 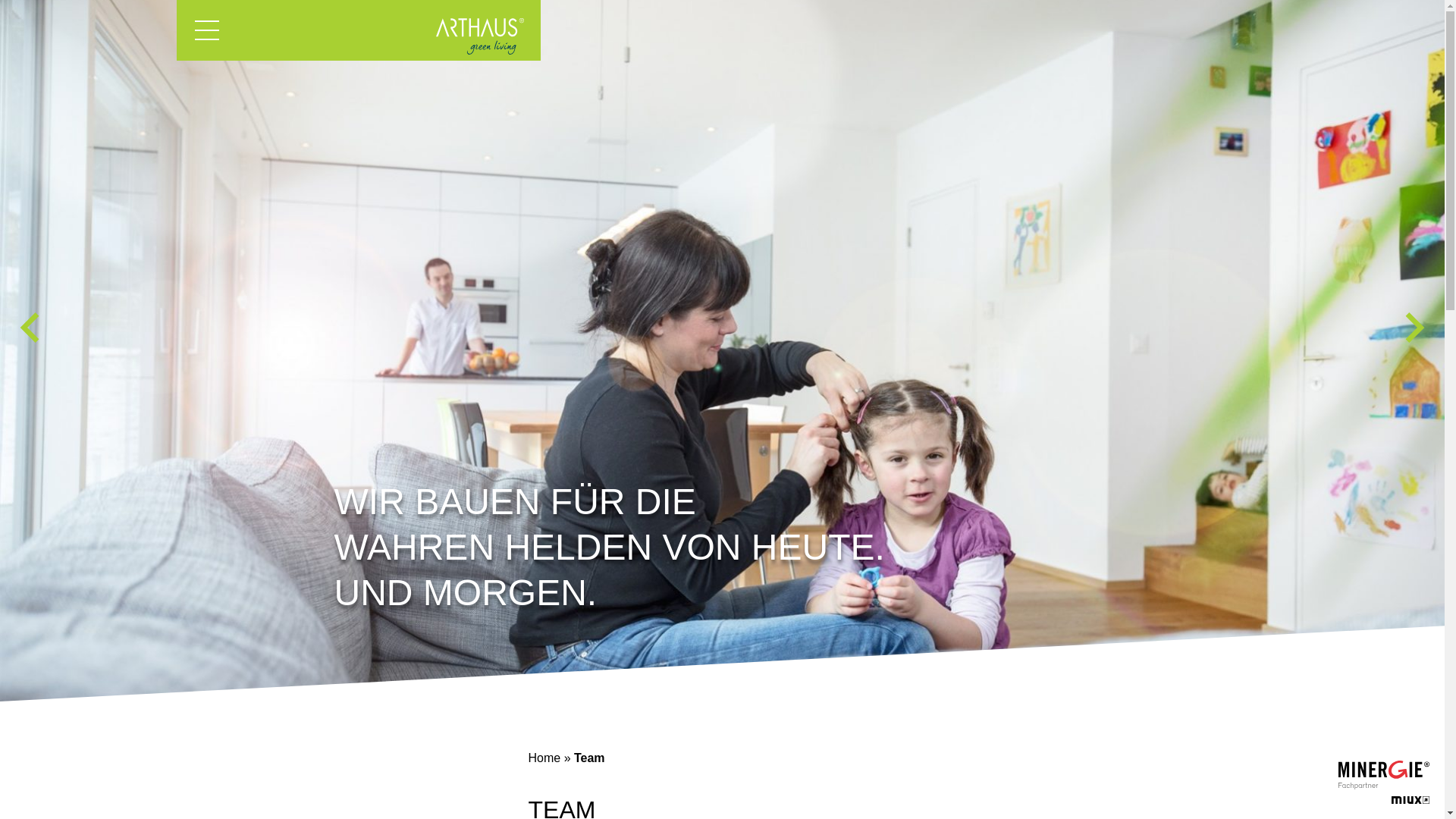 What do you see at coordinates (544, 758) in the screenshot?
I see `'Home'` at bounding box center [544, 758].